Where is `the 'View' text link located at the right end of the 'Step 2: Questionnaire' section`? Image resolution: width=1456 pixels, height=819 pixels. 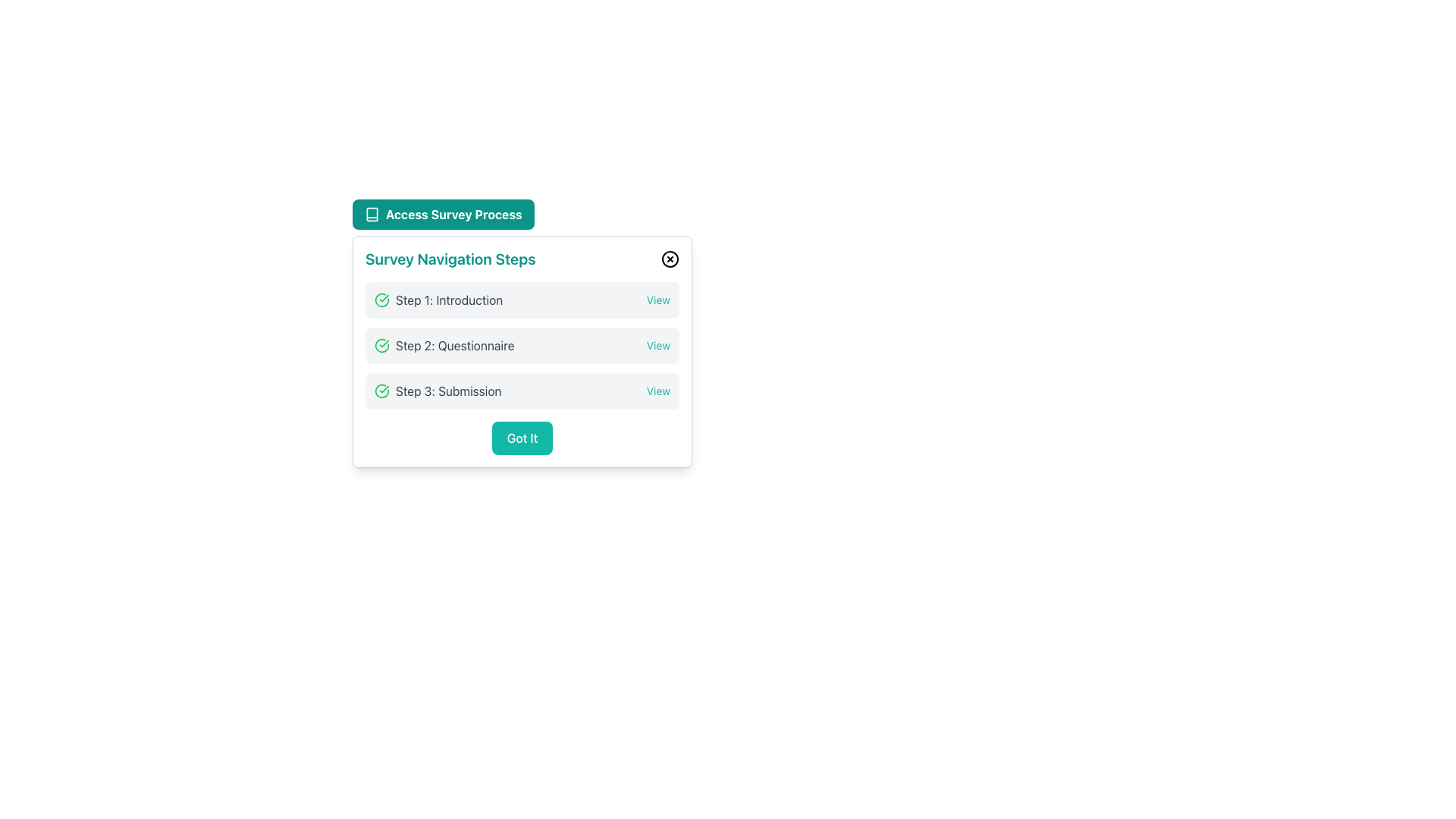
the 'View' text link located at the right end of the 'Step 2: Questionnaire' section is located at coordinates (658, 345).